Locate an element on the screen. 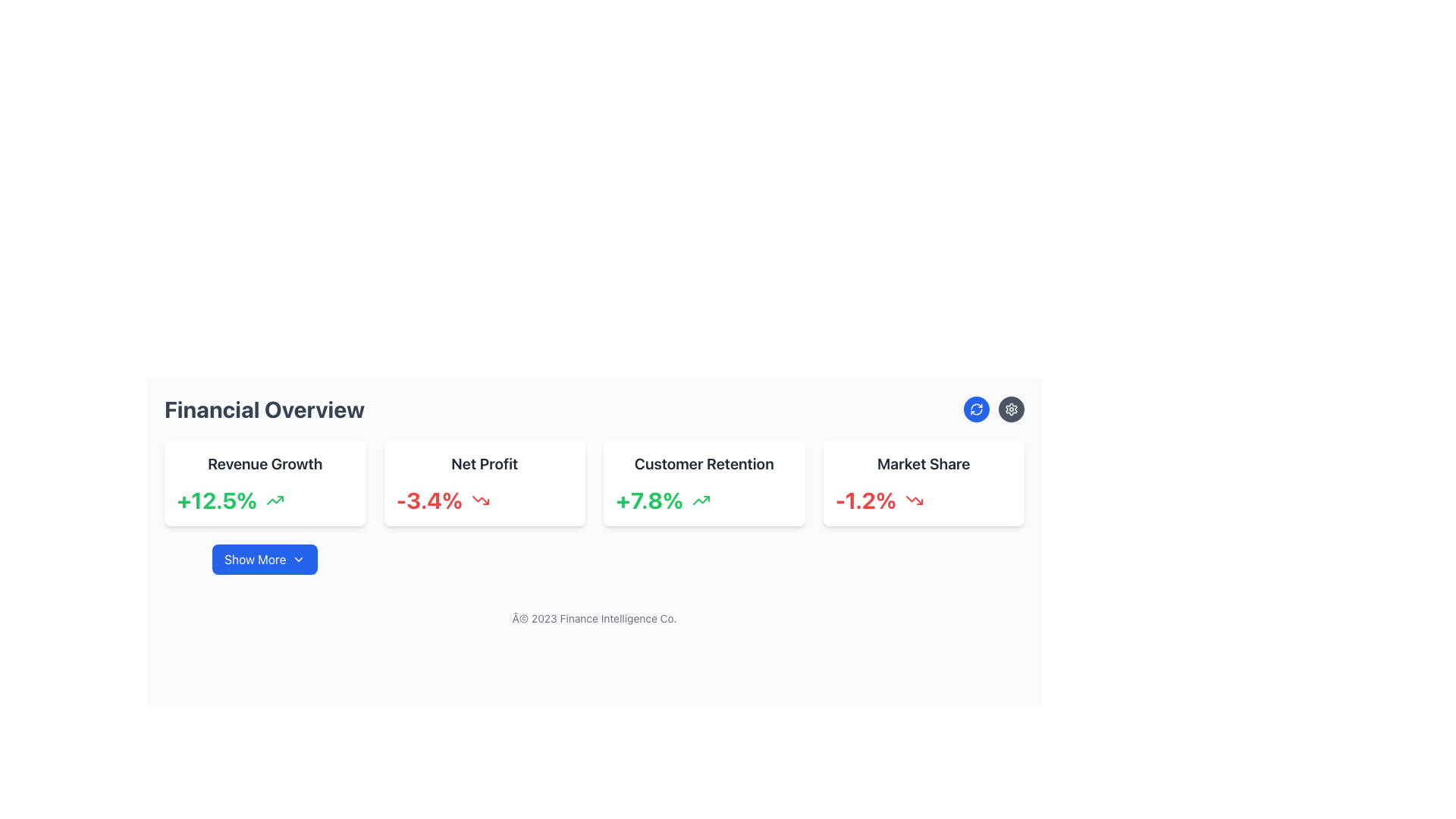 The image size is (1456, 819). the positive progression icon located immediately to the right of the '+12.5%' text in the first card of the Financial Overview section is located at coordinates (275, 500).